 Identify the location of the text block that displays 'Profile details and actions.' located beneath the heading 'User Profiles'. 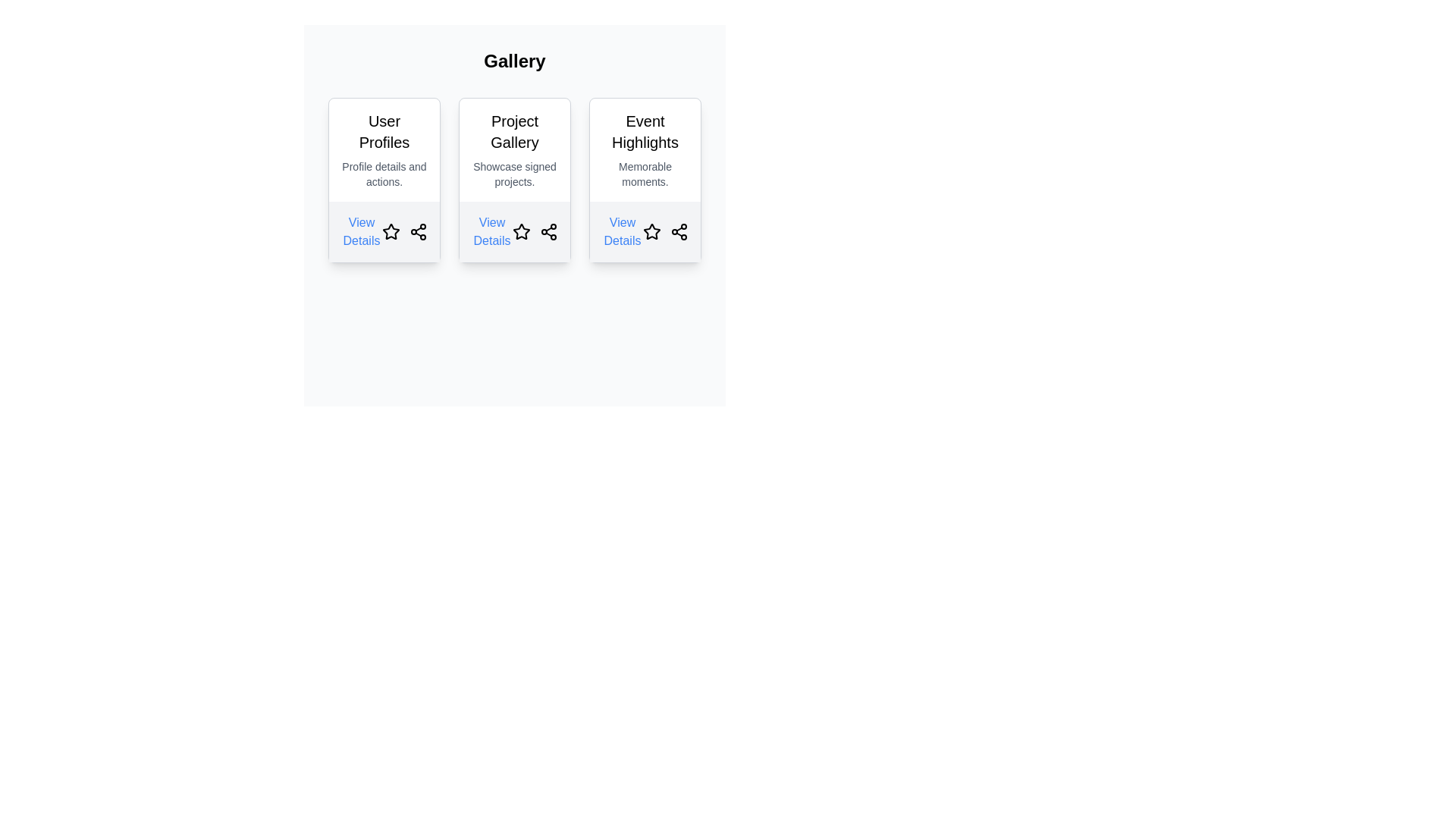
(384, 174).